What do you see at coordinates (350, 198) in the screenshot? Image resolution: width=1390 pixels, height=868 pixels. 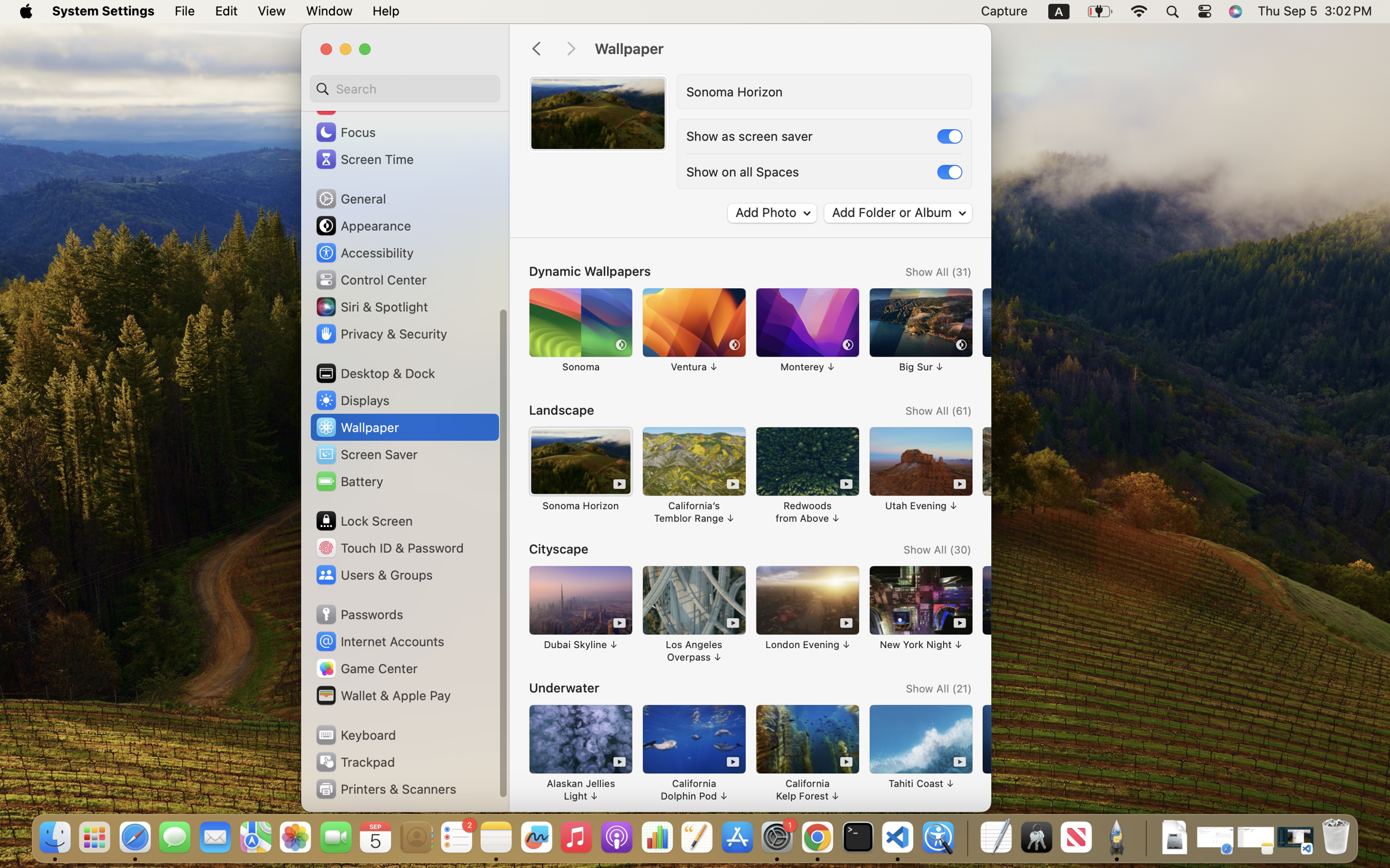 I see `'General'` at bounding box center [350, 198].